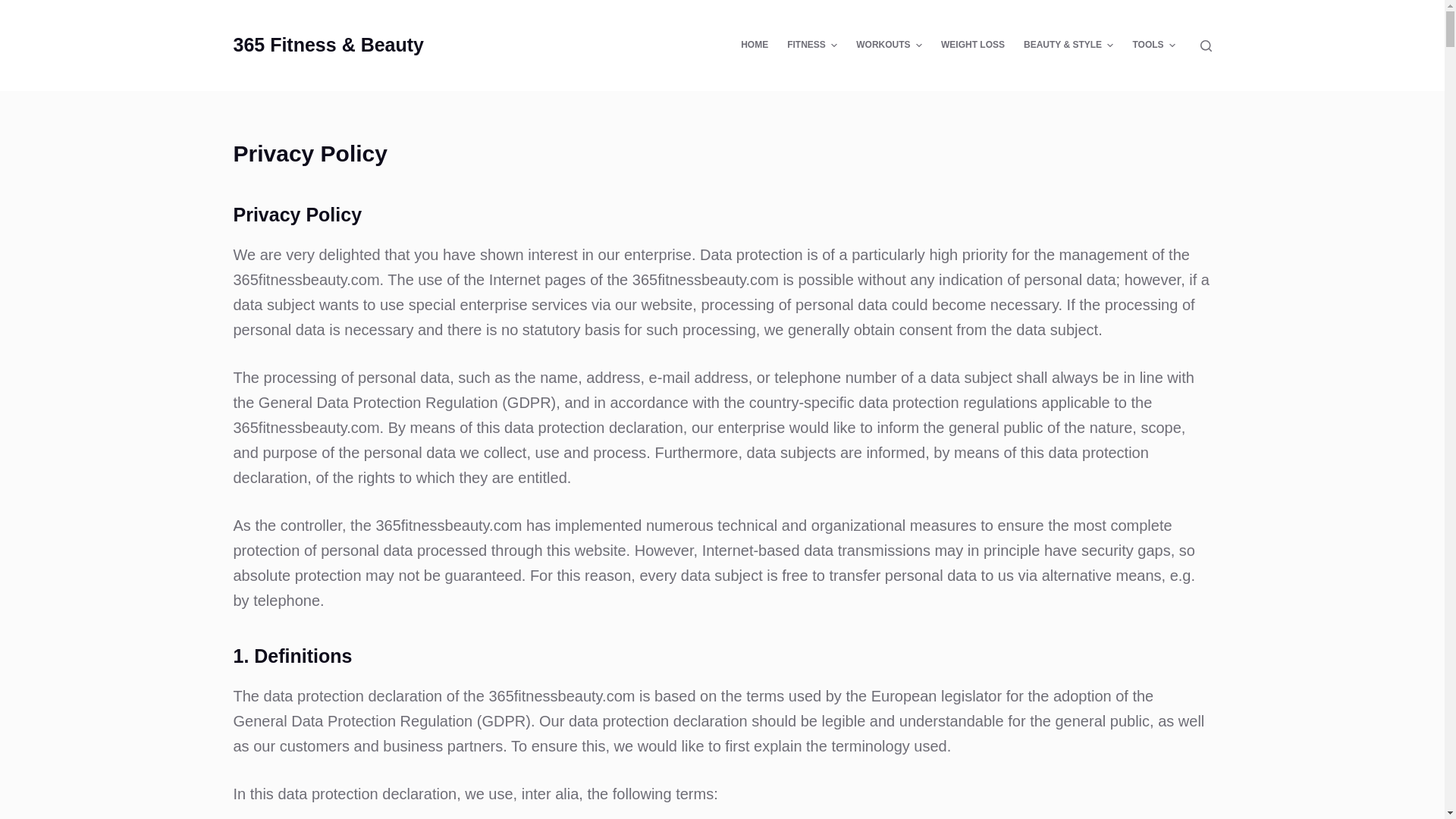 The height and width of the screenshot is (819, 1456). I want to click on 'Skip to content', so click(0, 8).